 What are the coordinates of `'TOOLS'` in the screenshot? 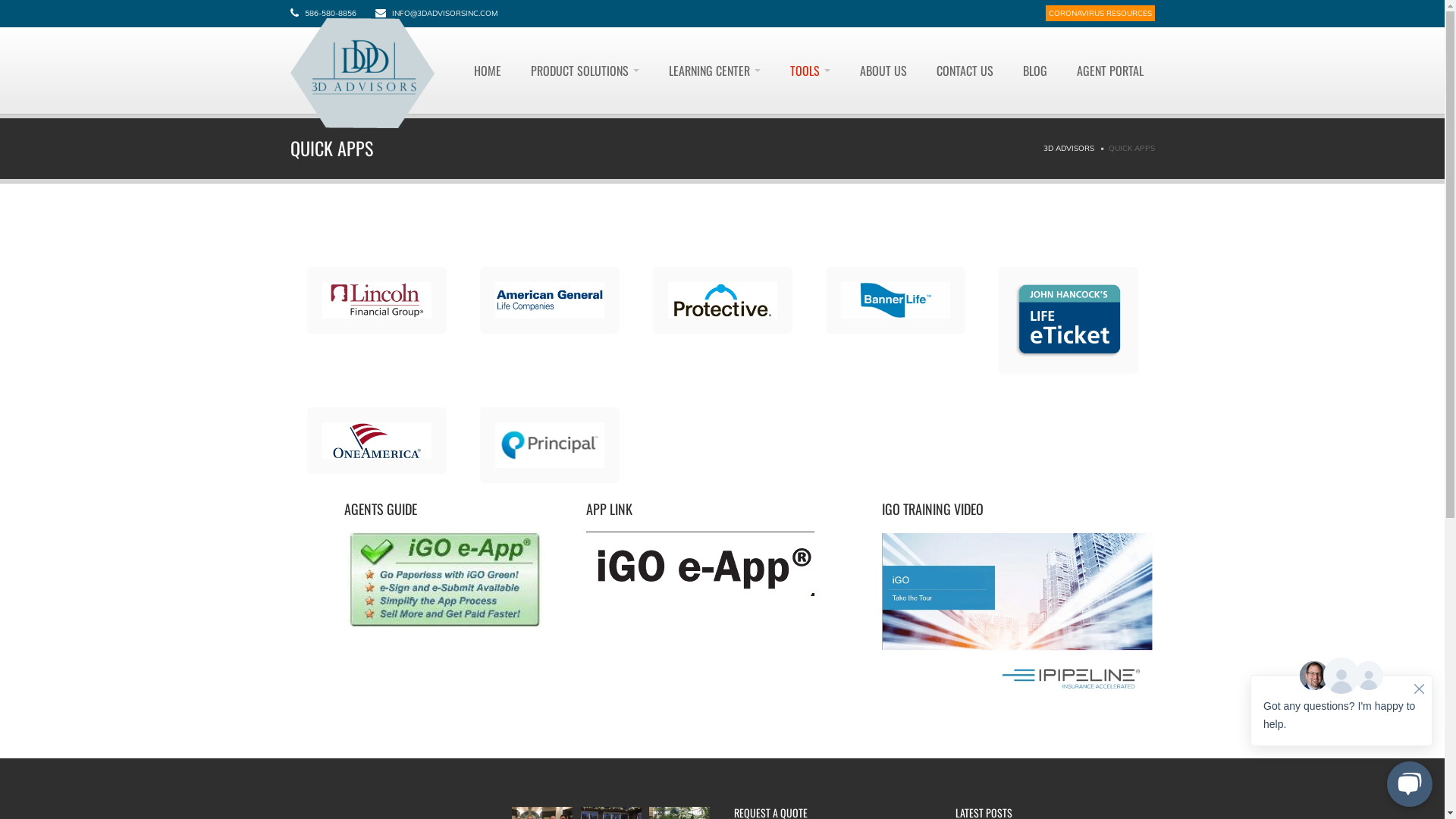 It's located at (778, 70).